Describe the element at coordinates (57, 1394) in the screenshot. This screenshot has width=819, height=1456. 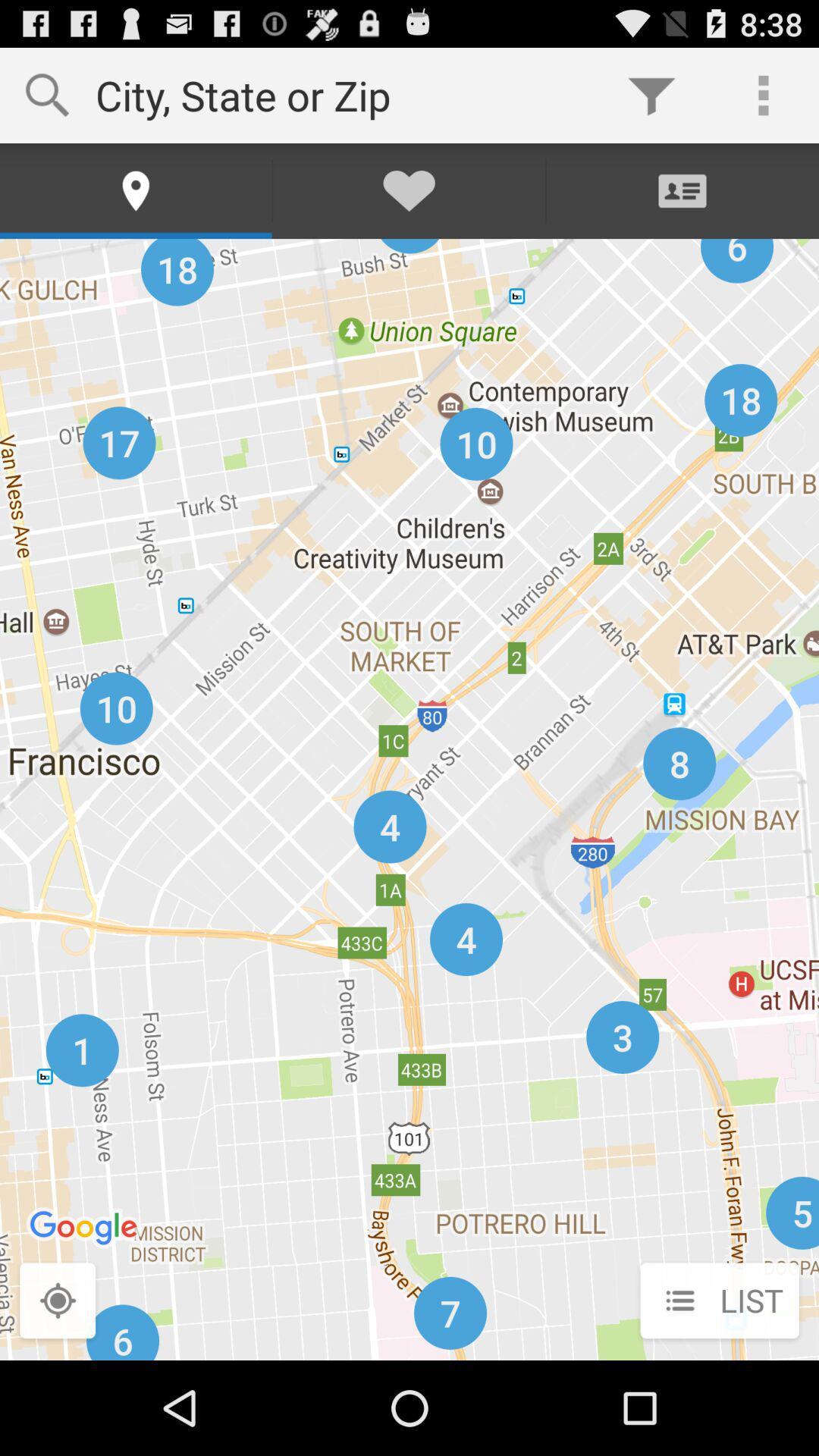
I see `the location_crosshair icon` at that location.